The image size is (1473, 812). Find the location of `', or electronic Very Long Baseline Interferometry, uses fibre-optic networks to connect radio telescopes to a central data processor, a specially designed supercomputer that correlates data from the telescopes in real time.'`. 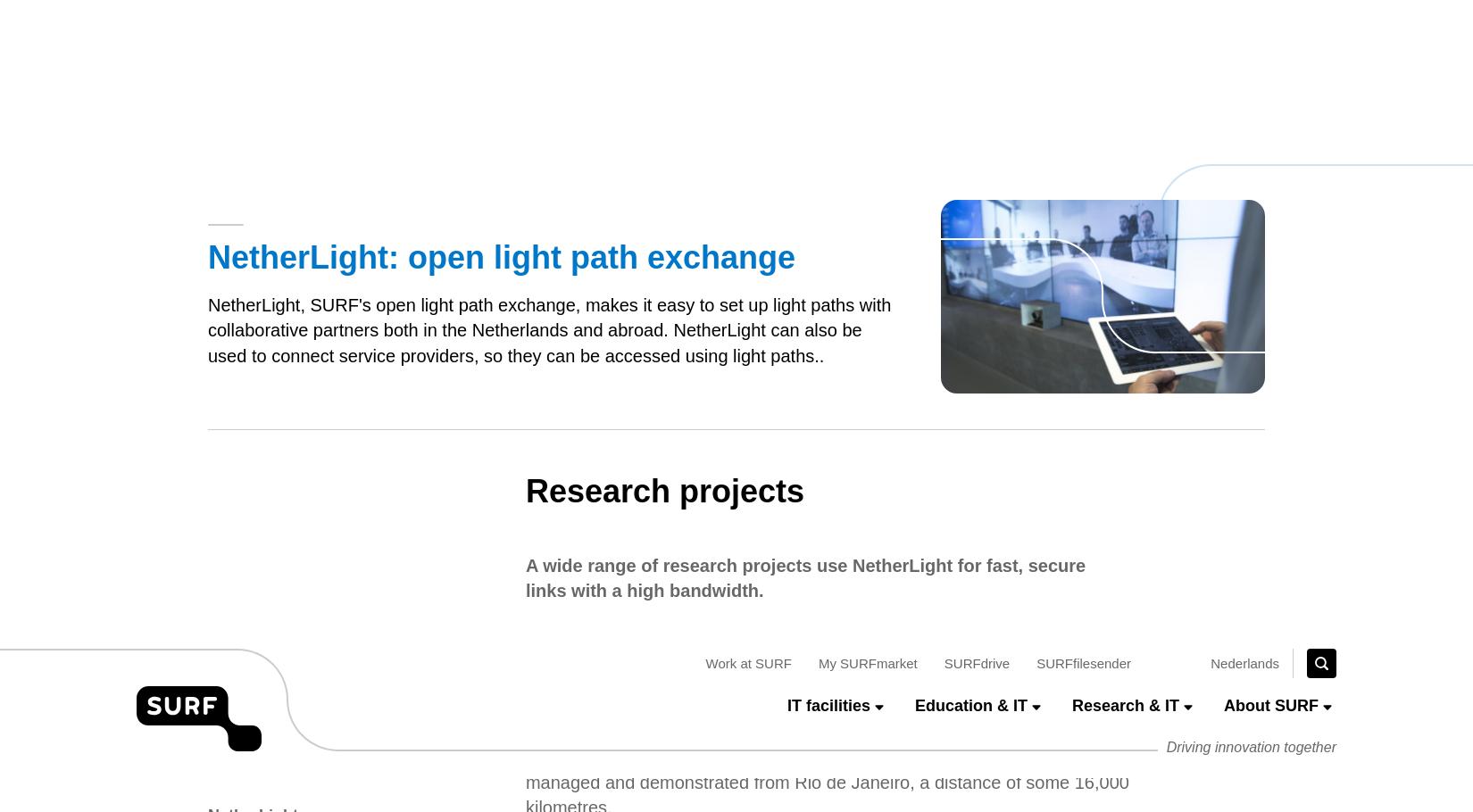

', or electronic Very Long Baseline Interferometry, uses fibre-optic networks to connect radio telescopes to a central data processor, a specially designed supercomputer that correlates data from the telescopes in real time.' is located at coordinates (826, 303).